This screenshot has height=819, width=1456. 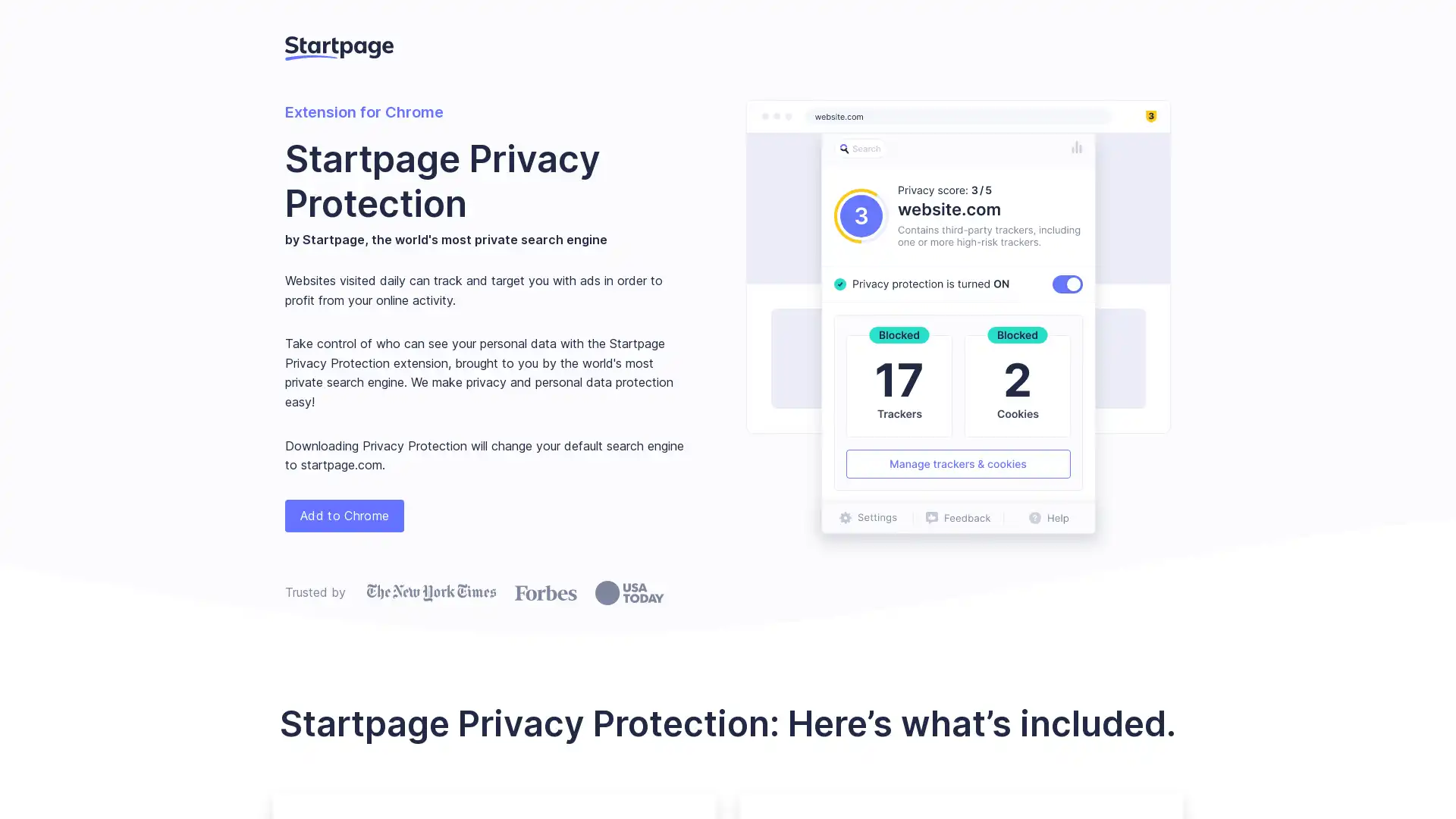 What do you see at coordinates (344, 514) in the screenshot?
I see `Add to Firefox` at bounding box center [344, 514].